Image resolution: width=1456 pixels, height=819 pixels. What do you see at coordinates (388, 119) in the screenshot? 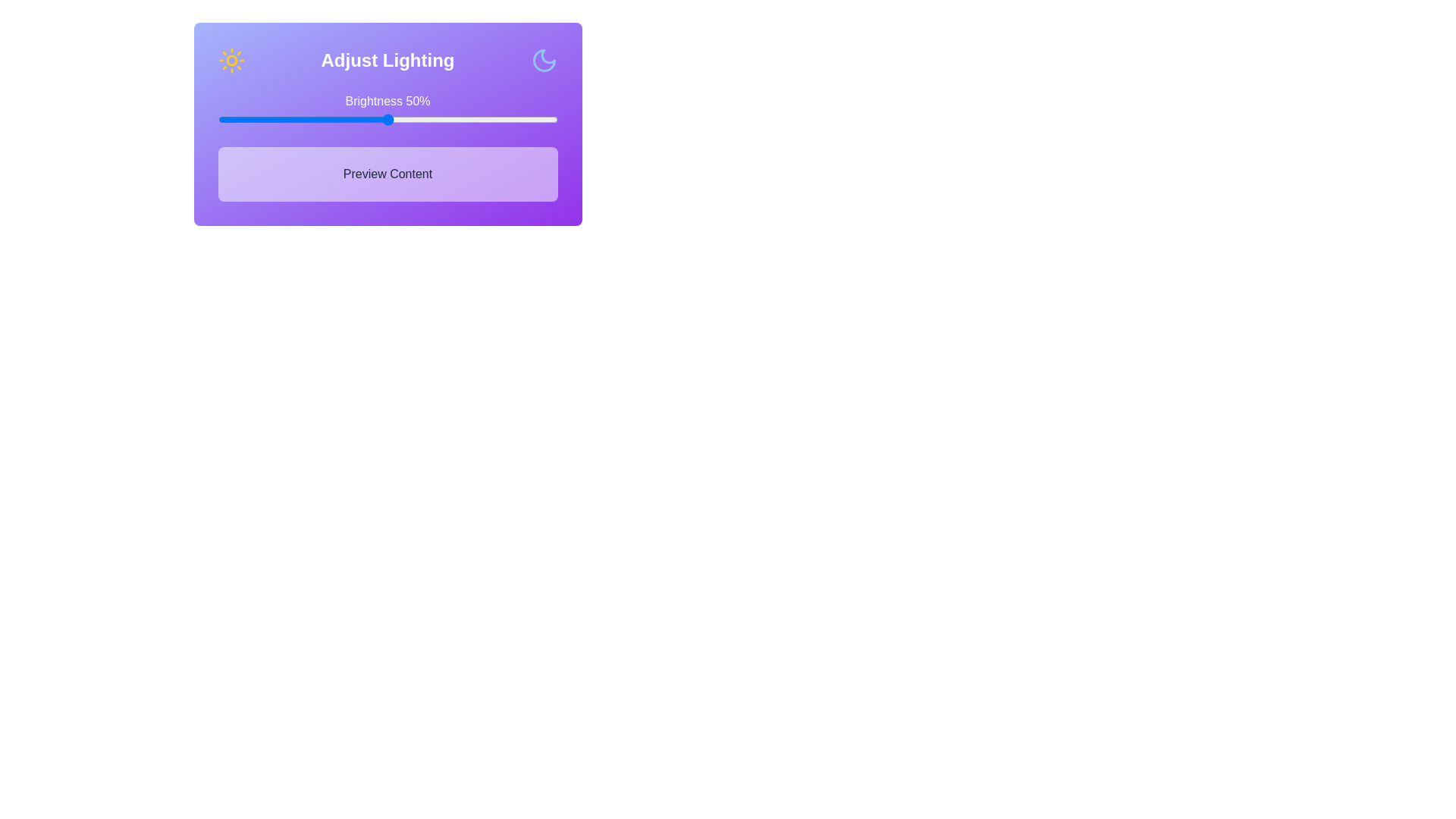
I see `the brightness slider to 50% to observe changes in the 'Preview Content' section` at bounding box center [388, 119].